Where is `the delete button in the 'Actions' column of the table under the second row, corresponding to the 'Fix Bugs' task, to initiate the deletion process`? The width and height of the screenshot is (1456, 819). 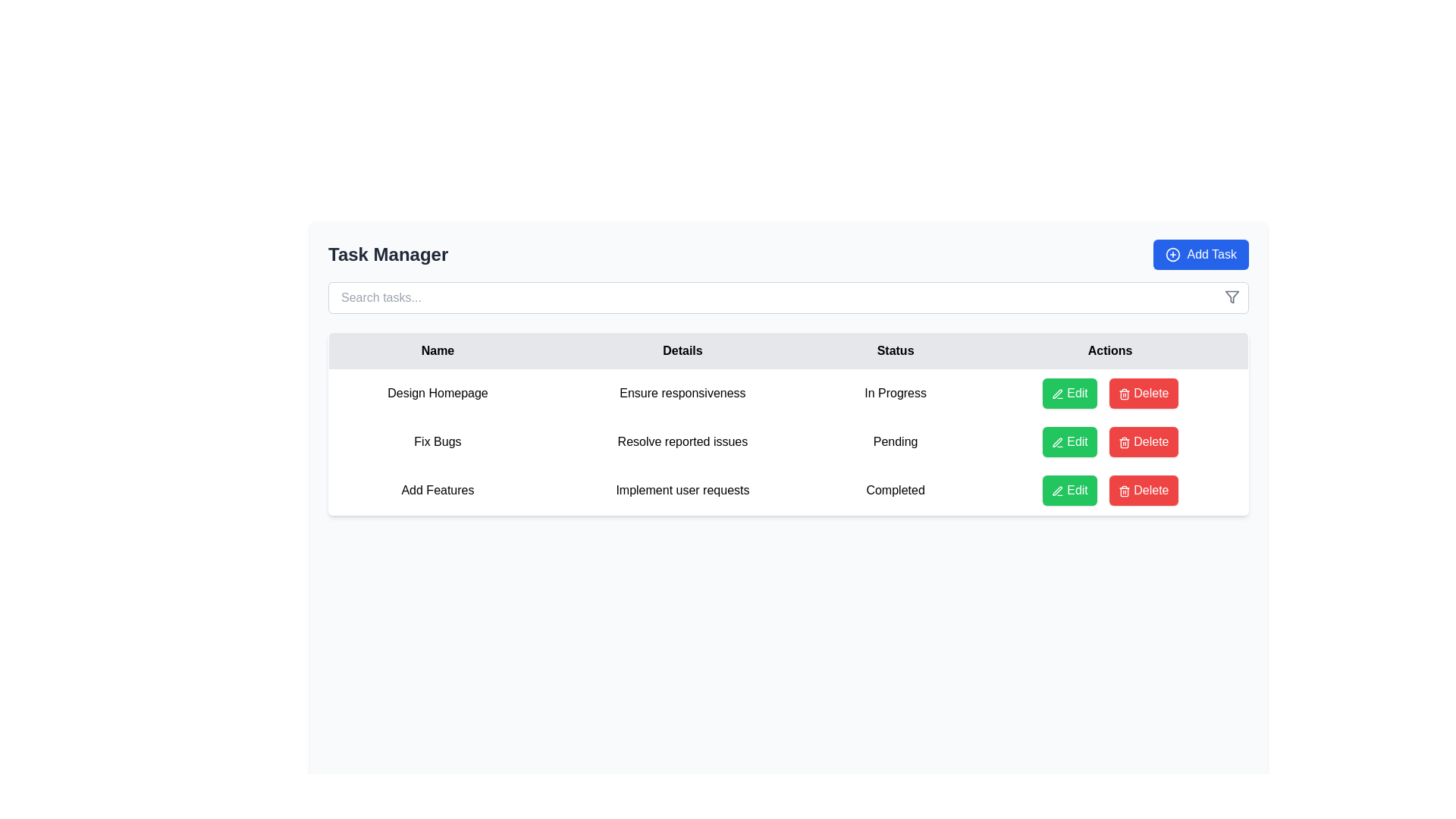
the delete button in the 'Actions' column of the table under the second row, corresponding to the 'Fix Bugs' task, to initiate the deletion process is located at coordinates (1143, 441).